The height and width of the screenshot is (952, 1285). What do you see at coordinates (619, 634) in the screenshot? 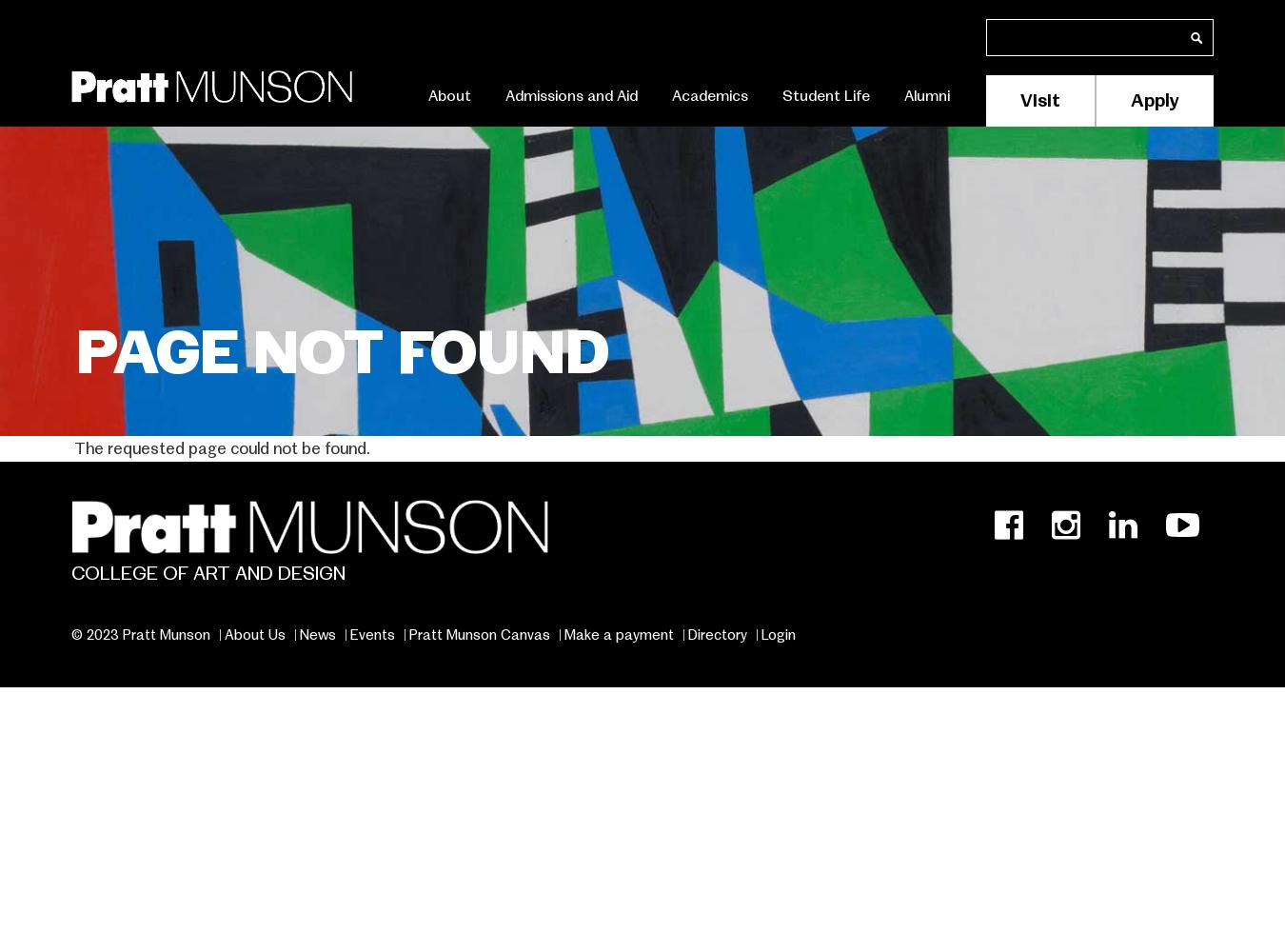
I see `'Make a payment'` at bounding box center [619, 634].